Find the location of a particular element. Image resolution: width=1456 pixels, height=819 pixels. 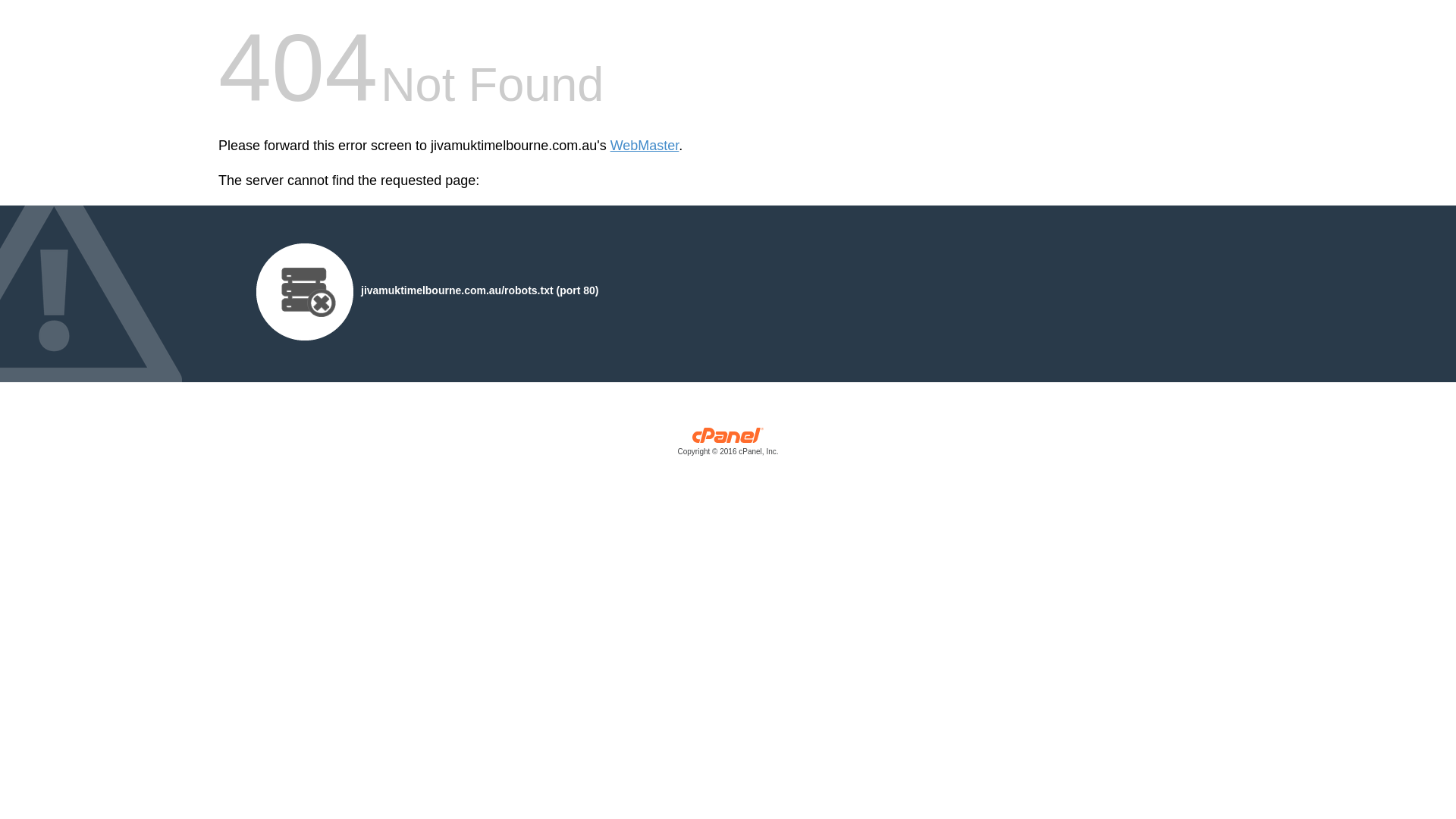

'WebMaster' is located at coordinates (645, 146).